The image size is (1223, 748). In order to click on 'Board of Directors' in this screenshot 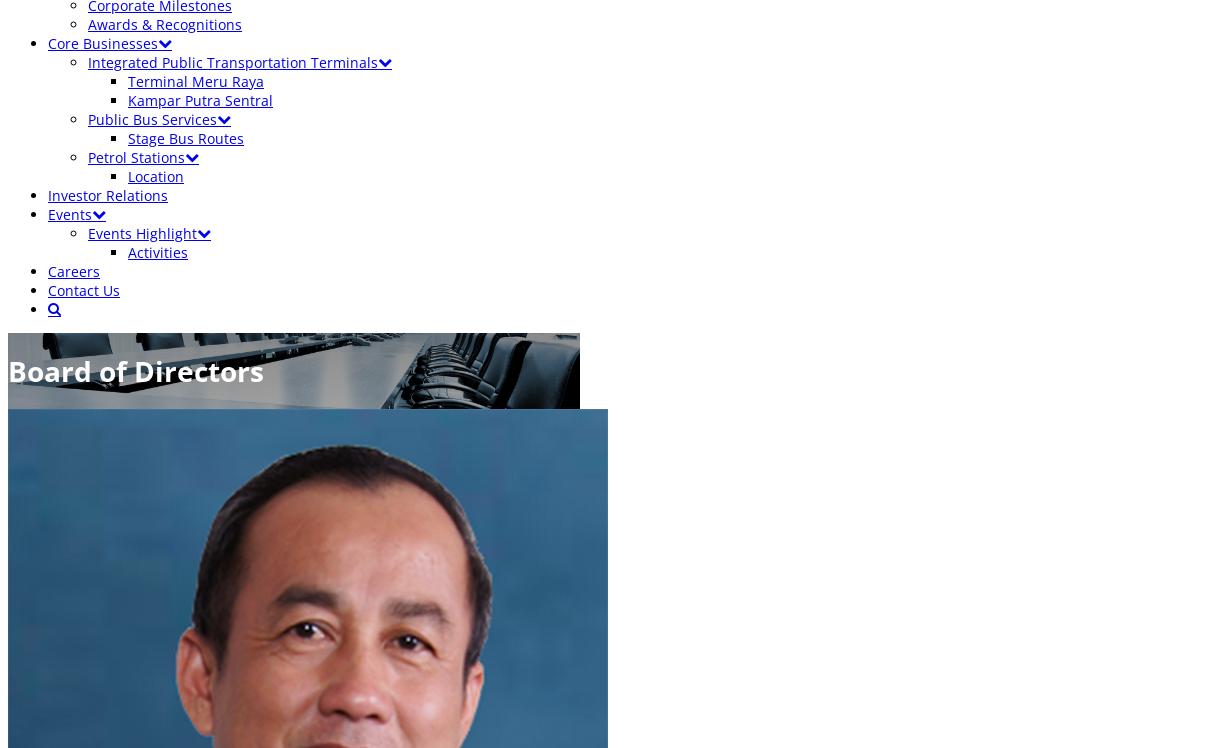, I will do `click(7, 369)`.